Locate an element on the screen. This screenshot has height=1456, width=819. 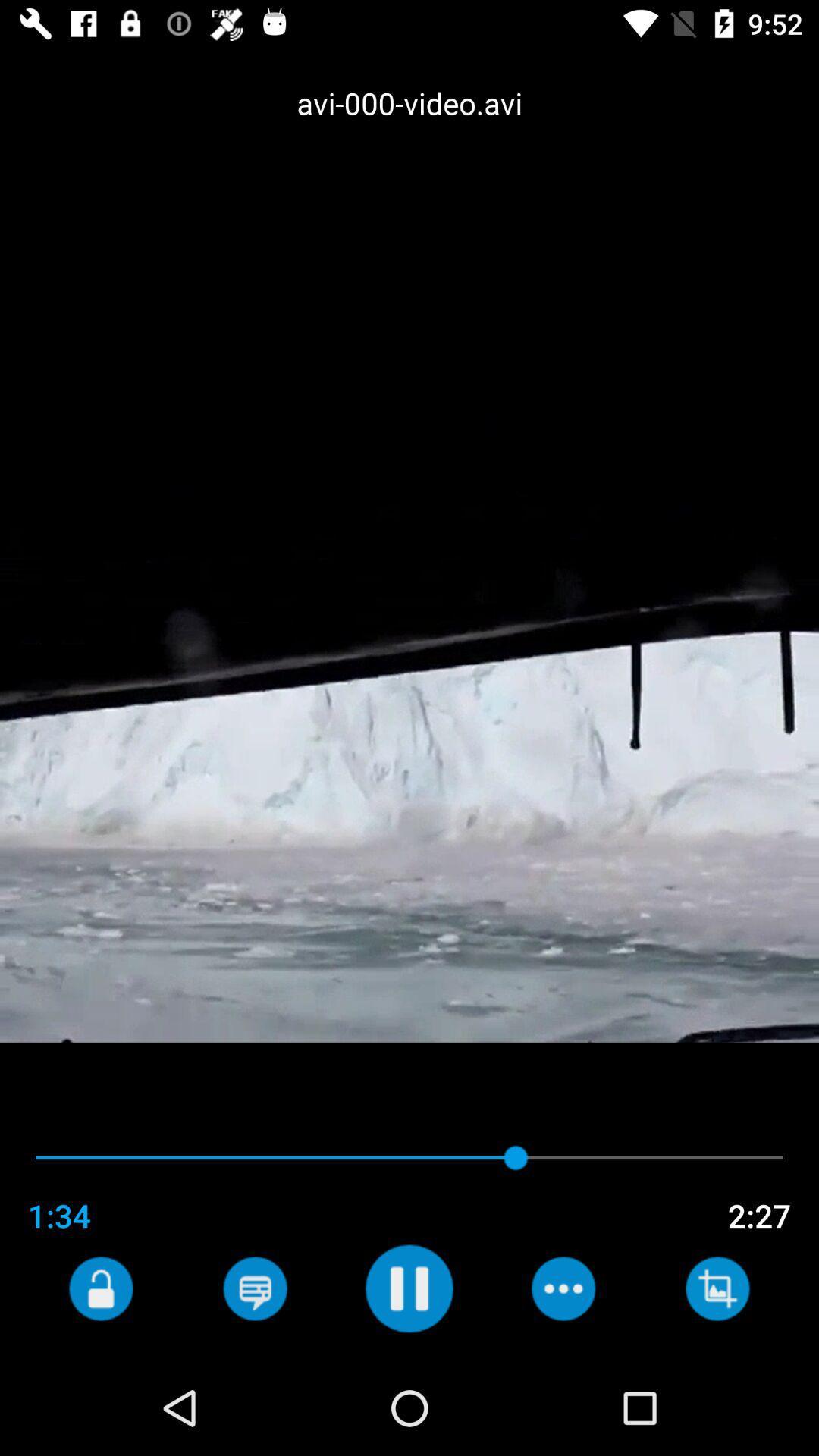
the more icon is located at coordinates (563, 1288).